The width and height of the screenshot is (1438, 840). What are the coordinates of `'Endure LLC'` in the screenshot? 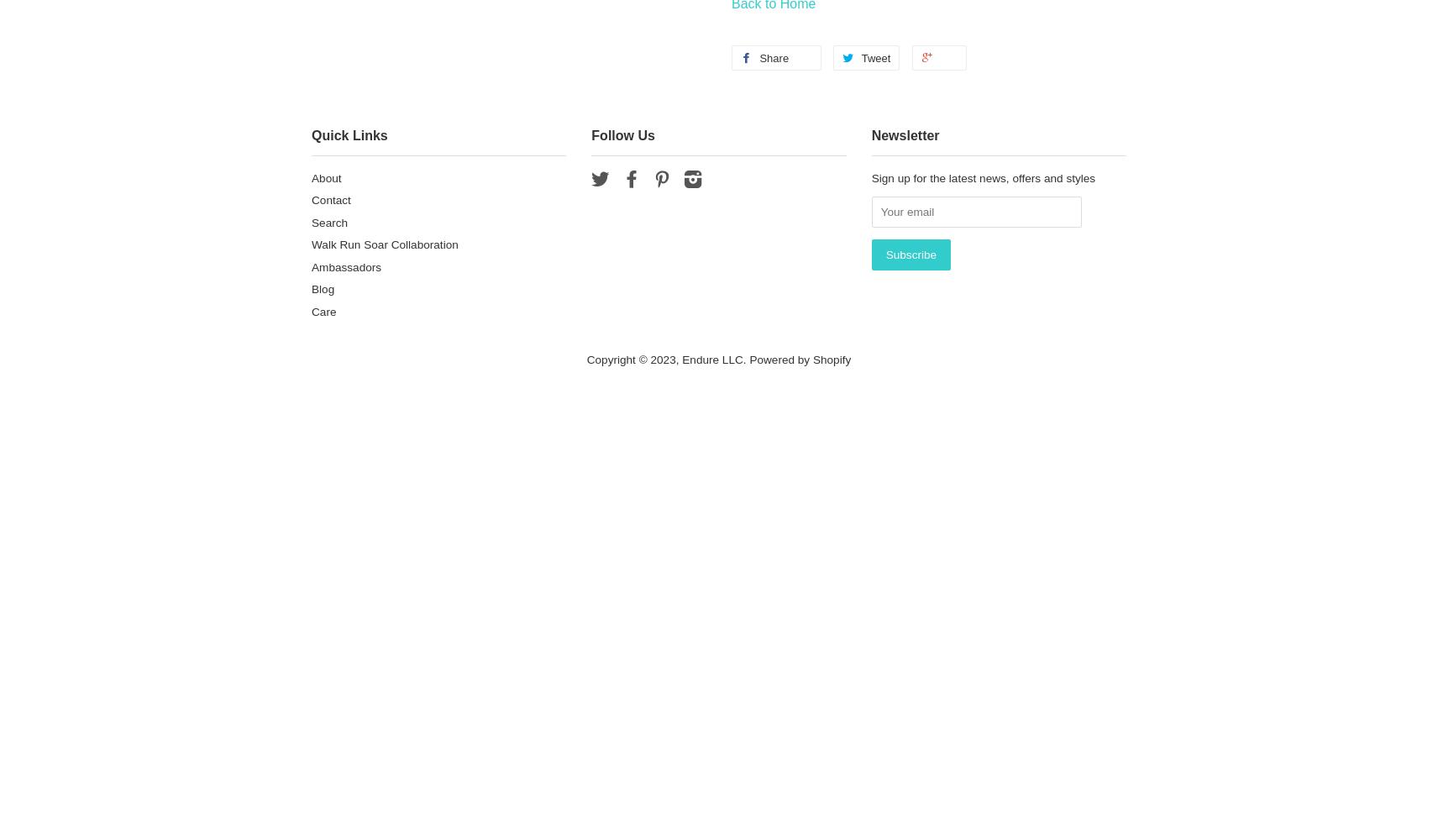 It's located at (711, 360).